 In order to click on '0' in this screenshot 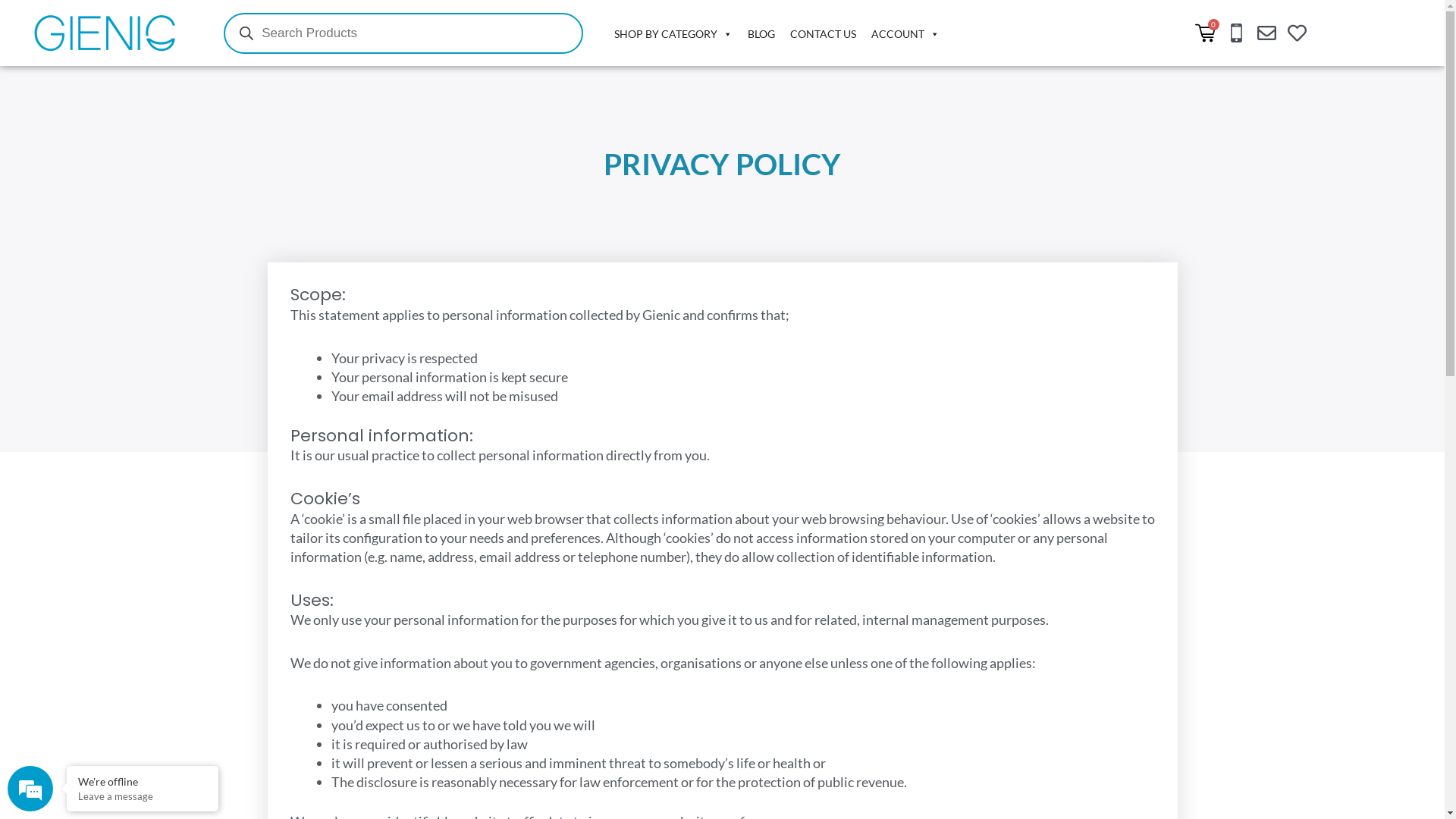, I will do `click(1186, 33)`.